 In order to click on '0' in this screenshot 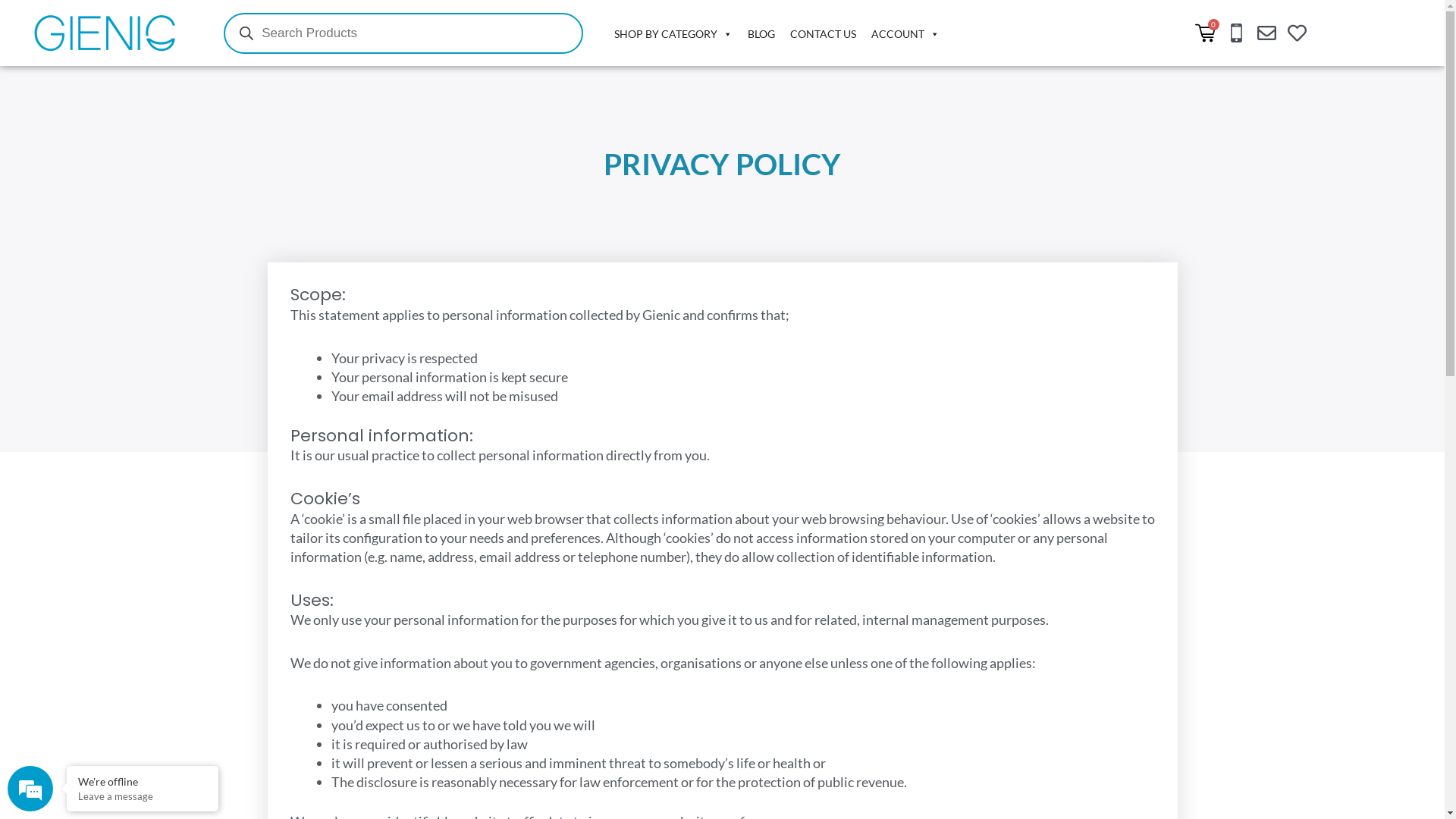, I will do `click(1186, 33)`.